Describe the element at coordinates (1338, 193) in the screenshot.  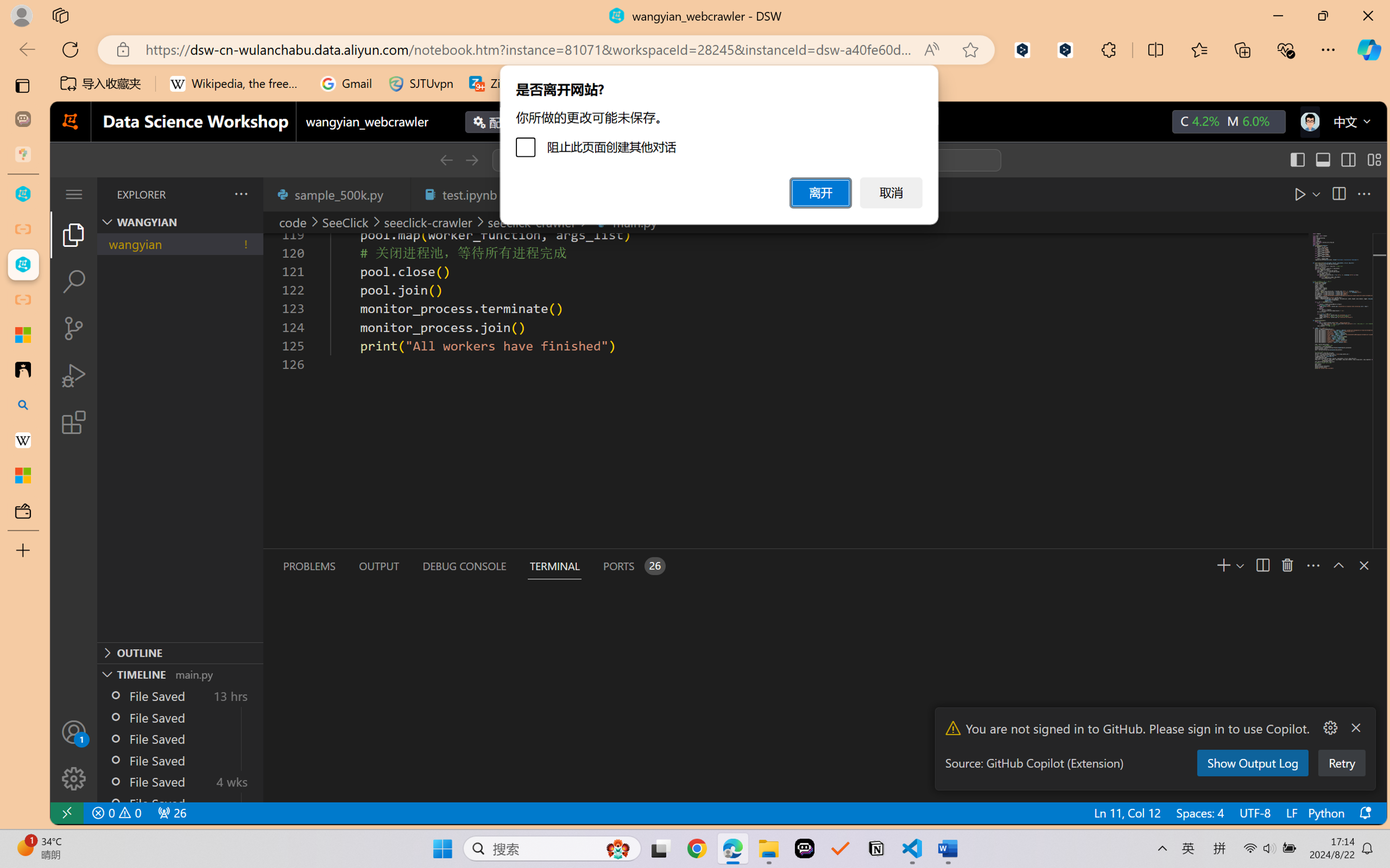
I see `'Split Editor Right (Ctrl+\) [Alt] Split Editor Down'` at that location.